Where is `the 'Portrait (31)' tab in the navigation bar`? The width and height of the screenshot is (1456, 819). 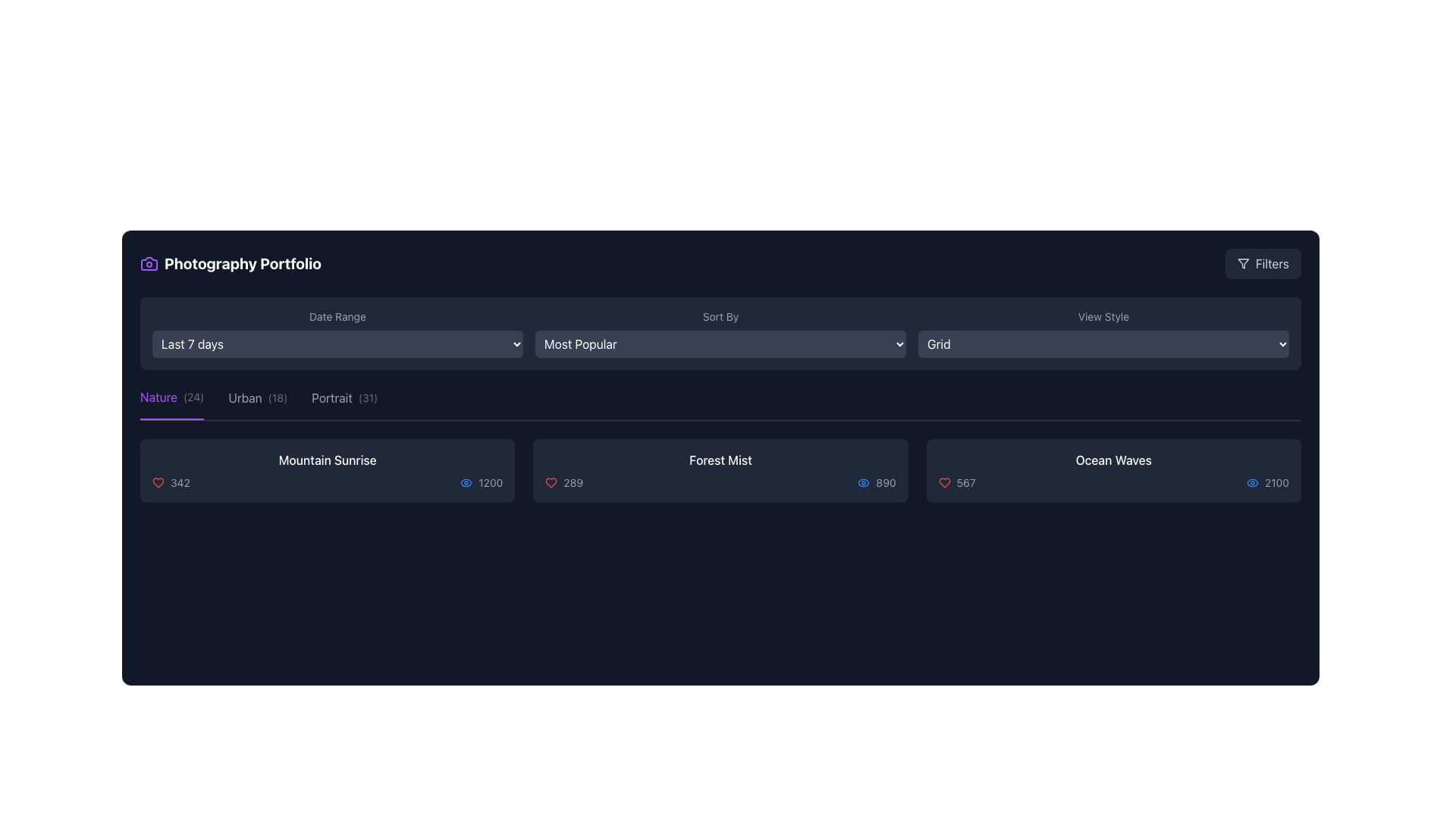 the 'Portrait (31)' tab in the navigation bar is located at coordinates (720, 403).